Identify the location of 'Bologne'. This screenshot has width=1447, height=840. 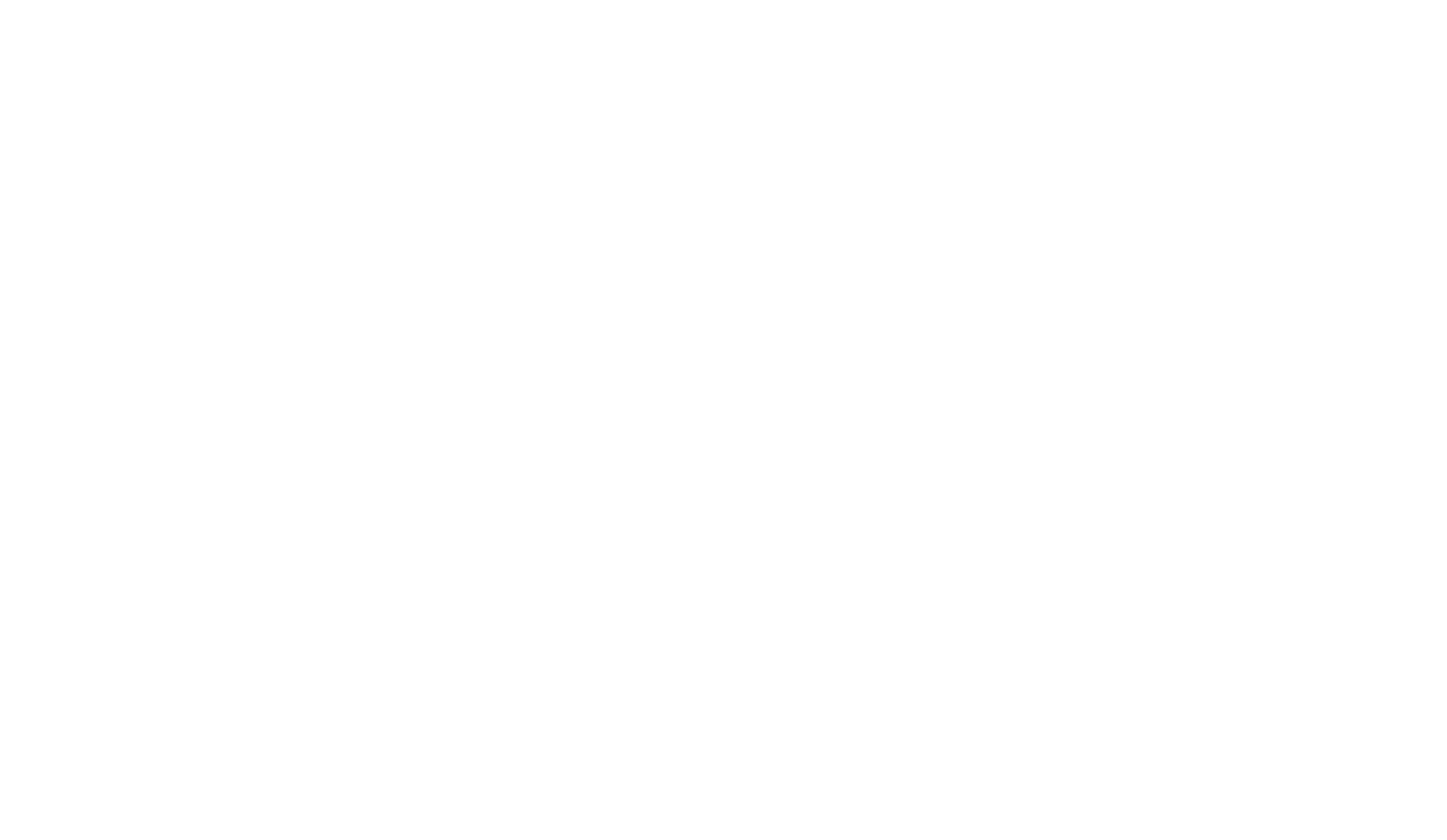
(346, 527).